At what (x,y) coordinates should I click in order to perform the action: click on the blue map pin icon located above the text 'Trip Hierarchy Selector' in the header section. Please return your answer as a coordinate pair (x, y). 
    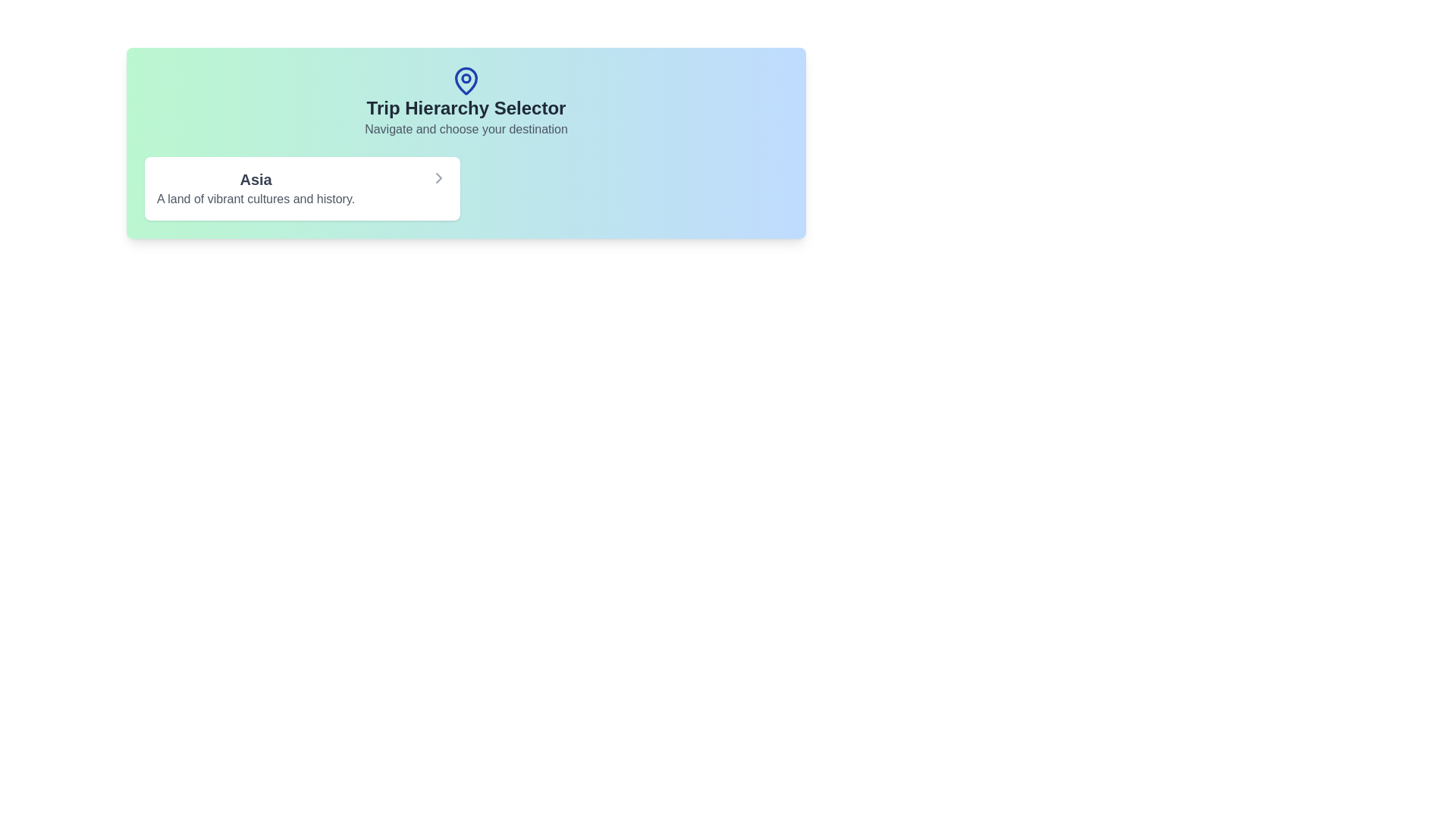
    Looking at the image, I should click on (465, 80).